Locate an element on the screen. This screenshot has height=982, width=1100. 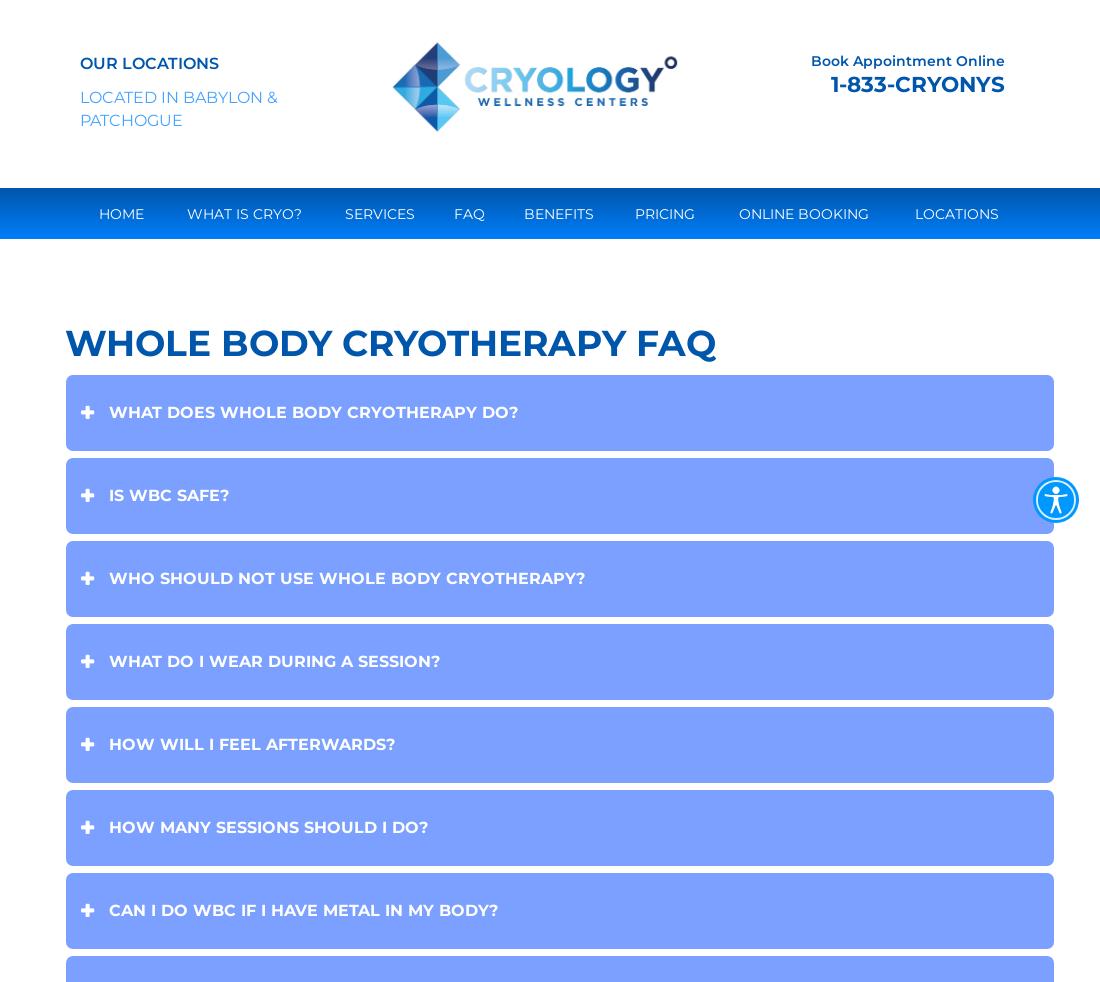
'Book Appointment Online' is located at coordinates (810, 59).